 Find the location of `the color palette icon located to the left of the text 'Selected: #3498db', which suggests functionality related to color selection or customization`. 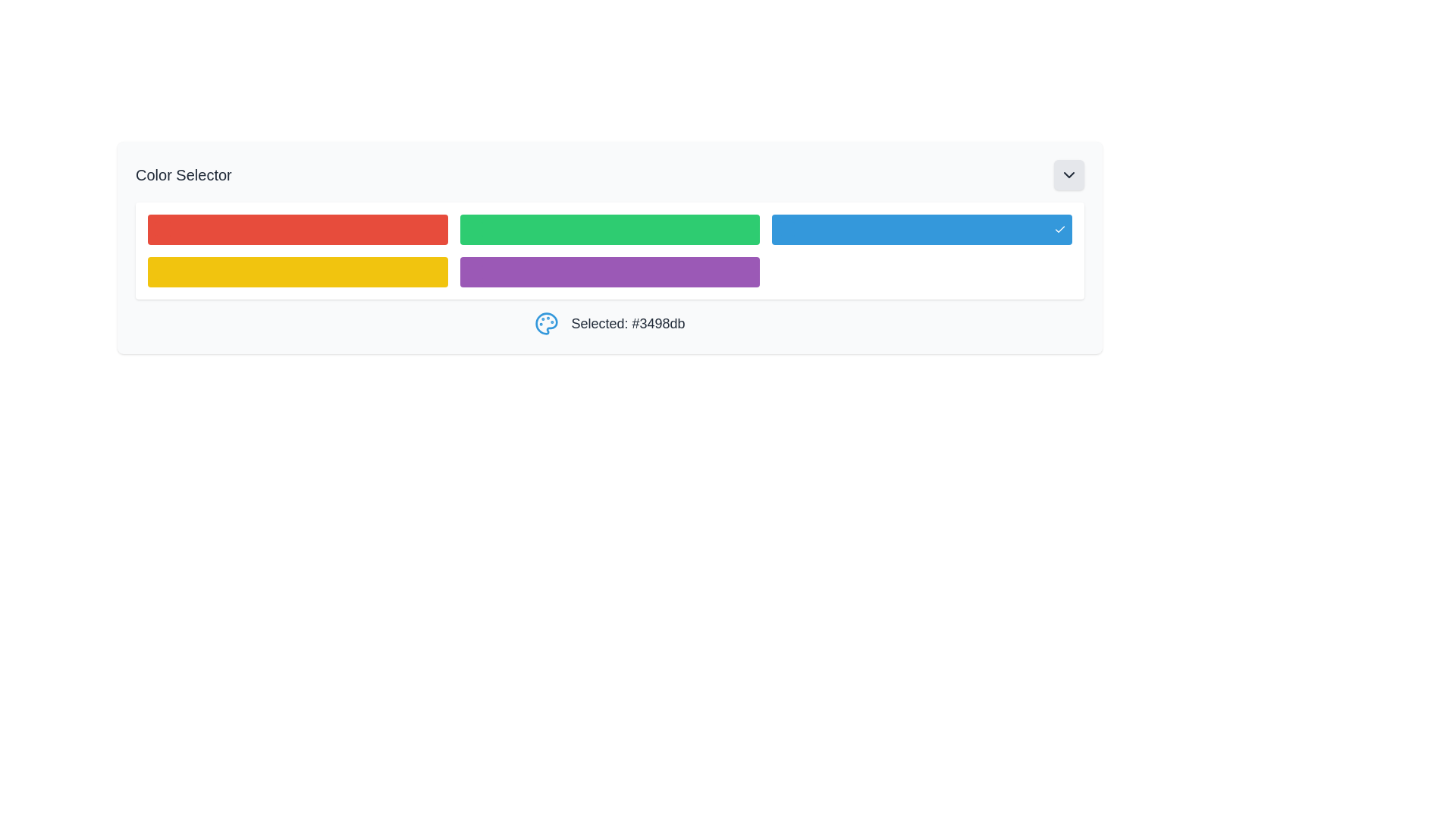

the color palette icon located to the left of the text 'Selected: #3498db', which suggests functionality related to color selection or customization is located at coordinates (546, 323).